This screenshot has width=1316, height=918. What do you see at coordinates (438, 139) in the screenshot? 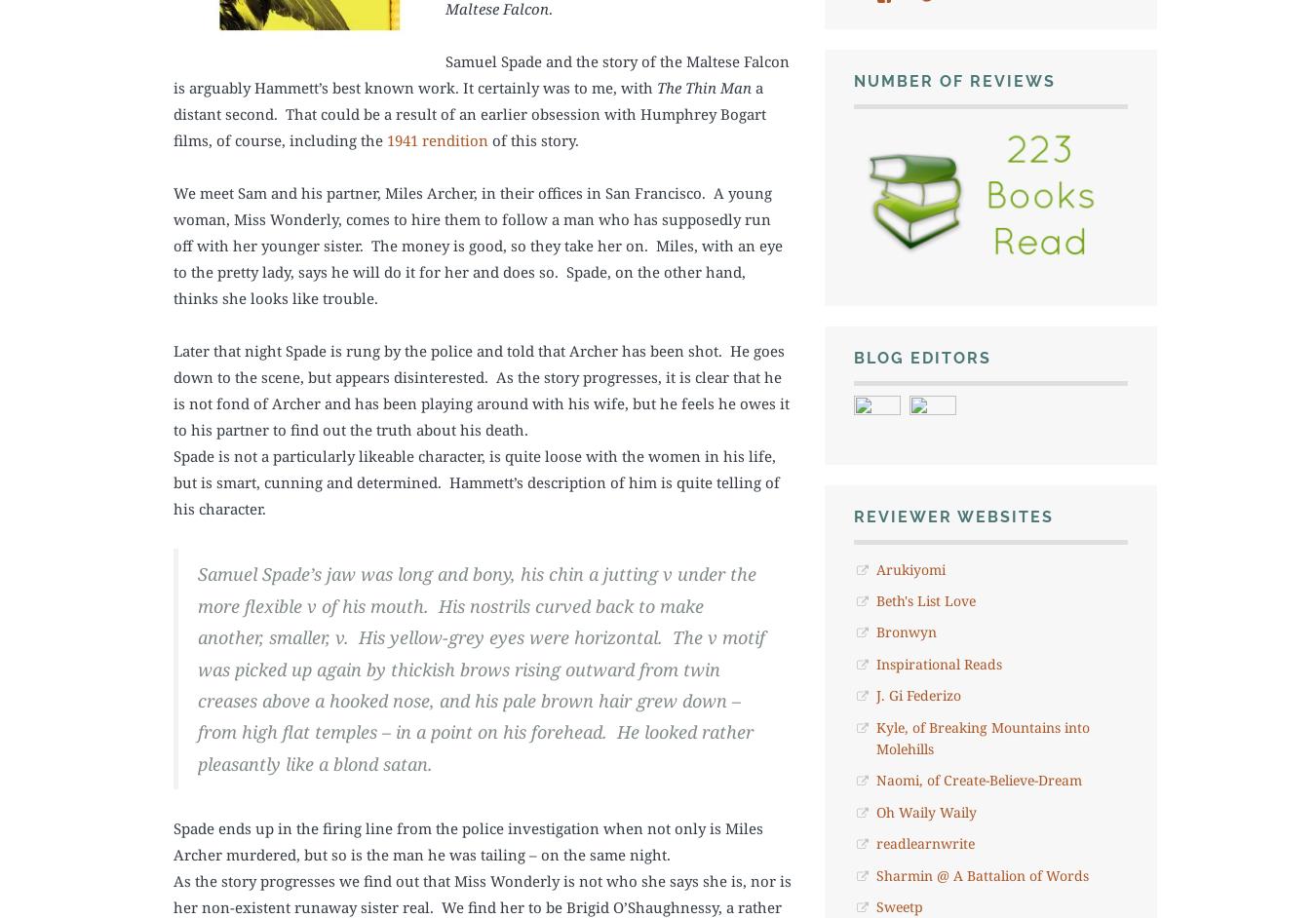
I see `'1941 rendition'` at bounding box center [438, 139].